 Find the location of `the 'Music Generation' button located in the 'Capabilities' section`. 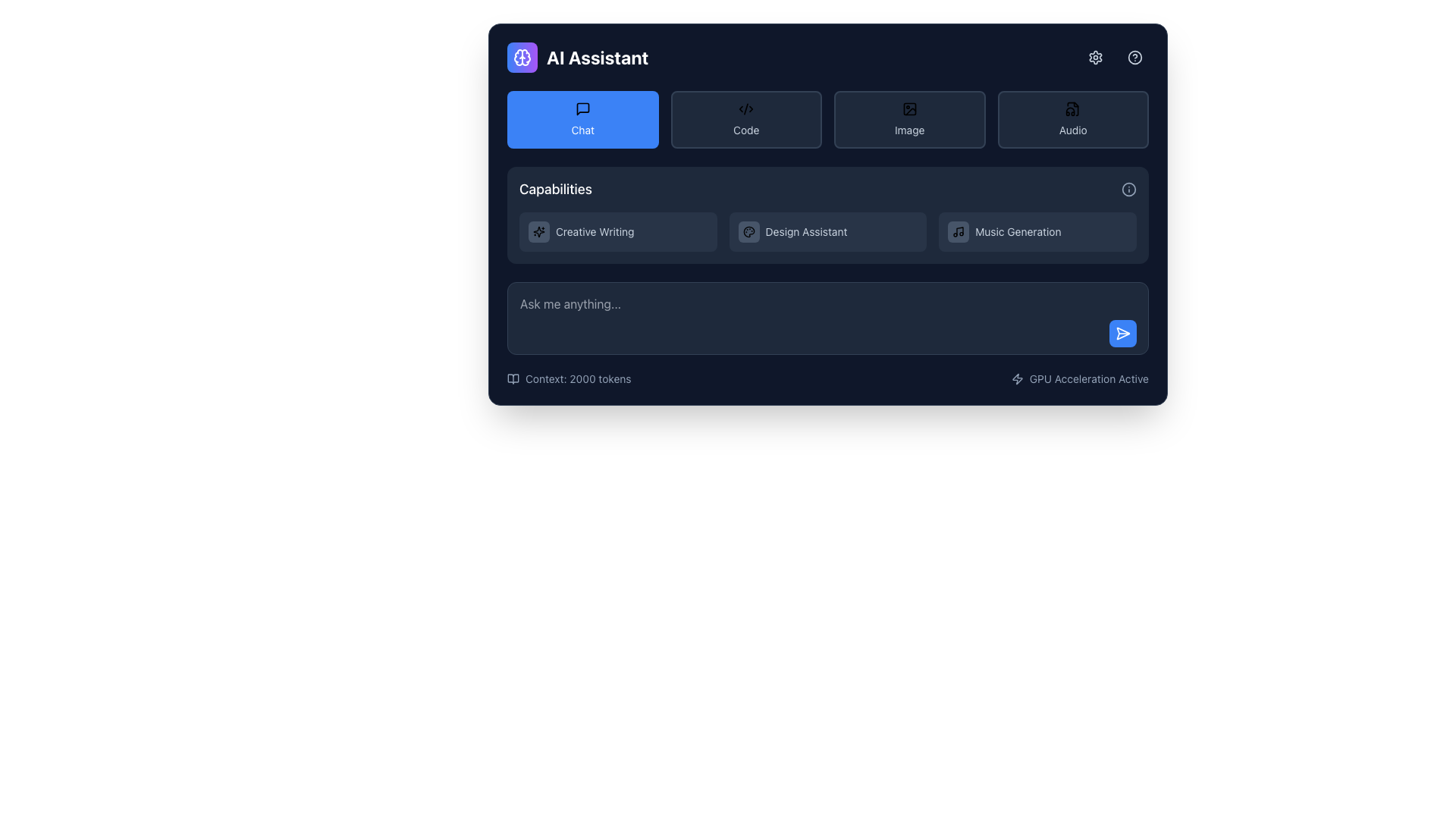

the 'Music Generation' button located in the 'Capabilities' section is located at coordinates (1037, 231).